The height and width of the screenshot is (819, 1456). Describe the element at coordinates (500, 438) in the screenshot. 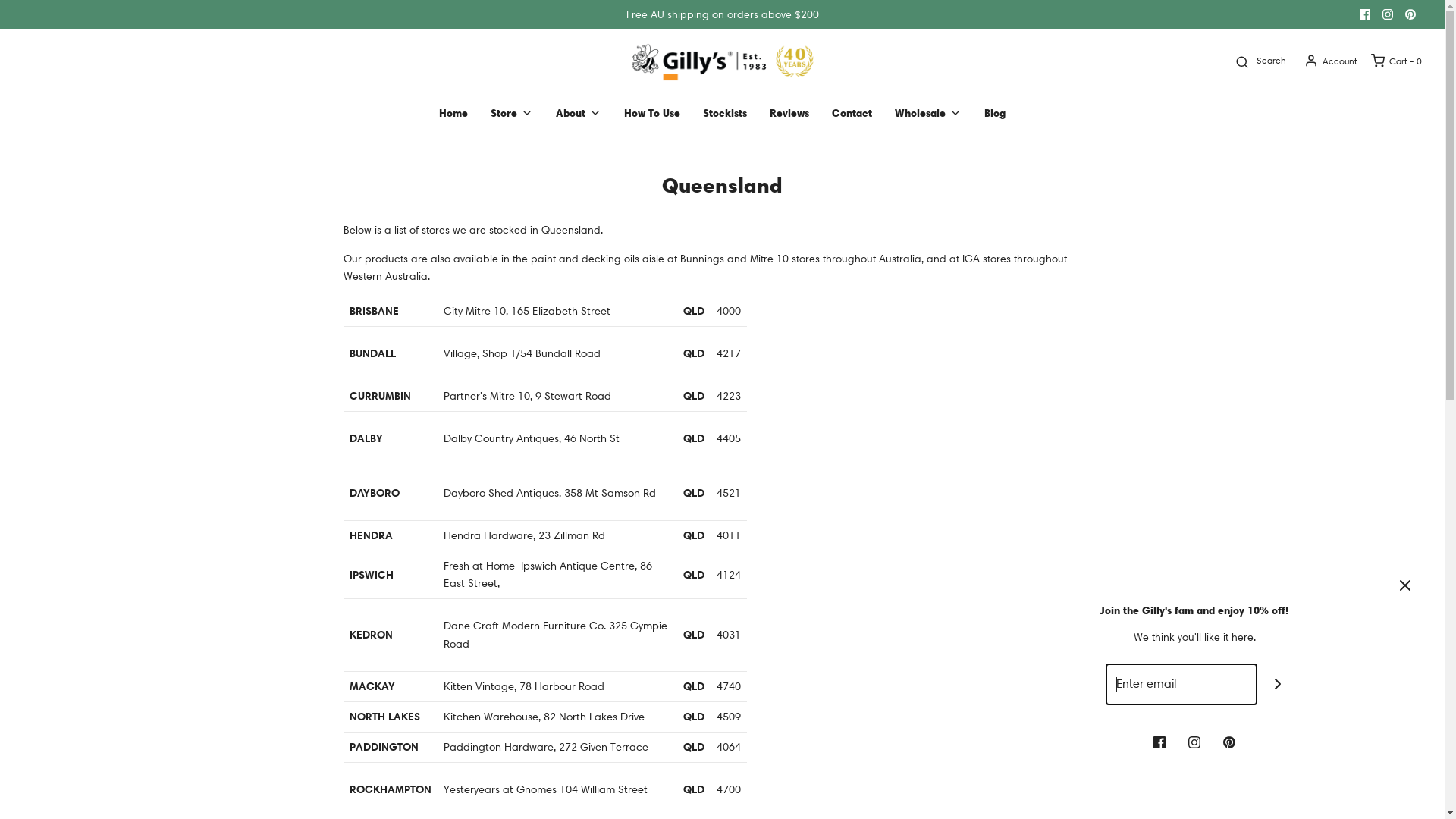

I see `'Dalby Country Antiques'` at that location.